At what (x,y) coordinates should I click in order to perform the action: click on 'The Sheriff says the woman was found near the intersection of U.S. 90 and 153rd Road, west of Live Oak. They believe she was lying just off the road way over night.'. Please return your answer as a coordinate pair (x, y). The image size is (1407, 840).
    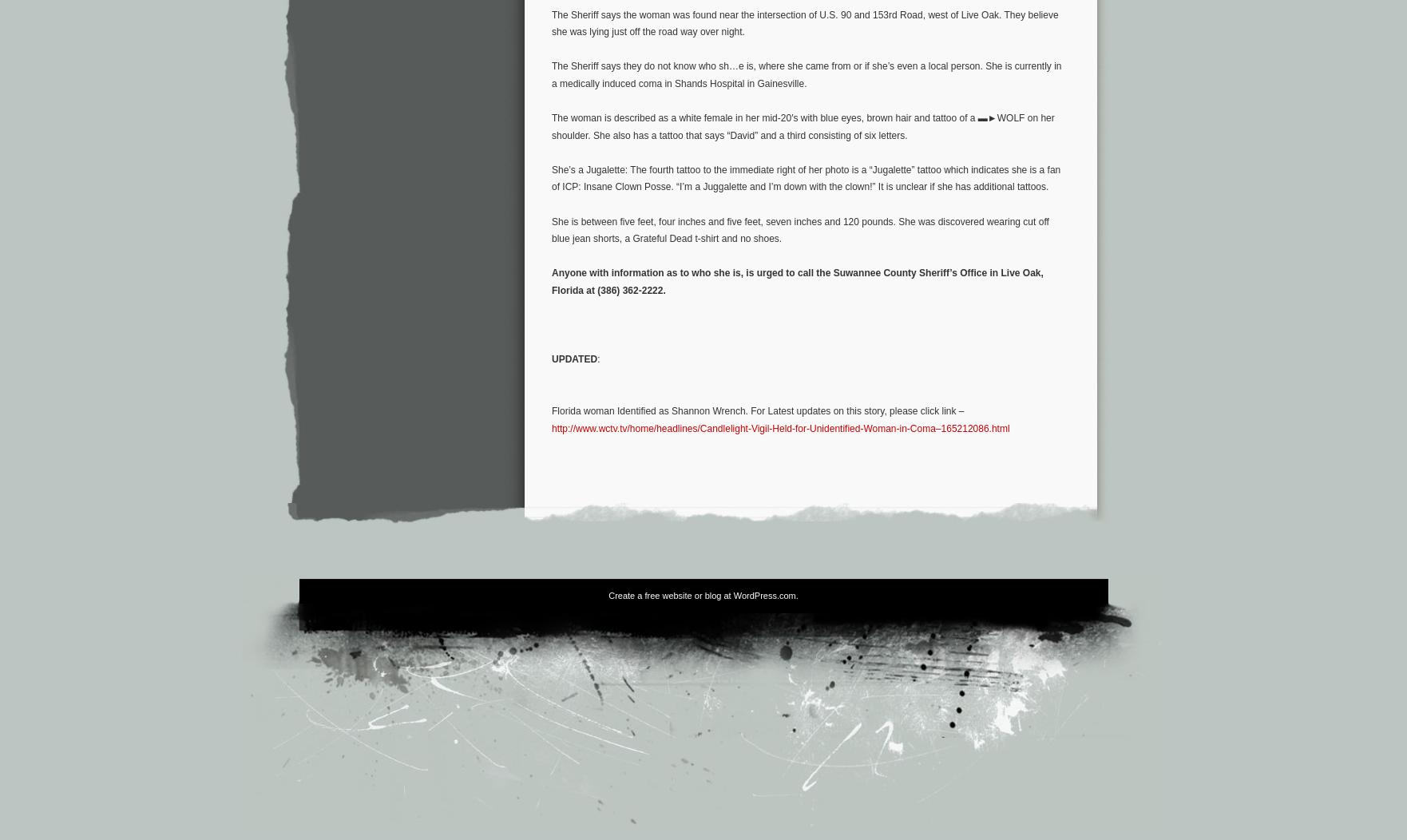
    Looking at the image, I should click on (805, 23).